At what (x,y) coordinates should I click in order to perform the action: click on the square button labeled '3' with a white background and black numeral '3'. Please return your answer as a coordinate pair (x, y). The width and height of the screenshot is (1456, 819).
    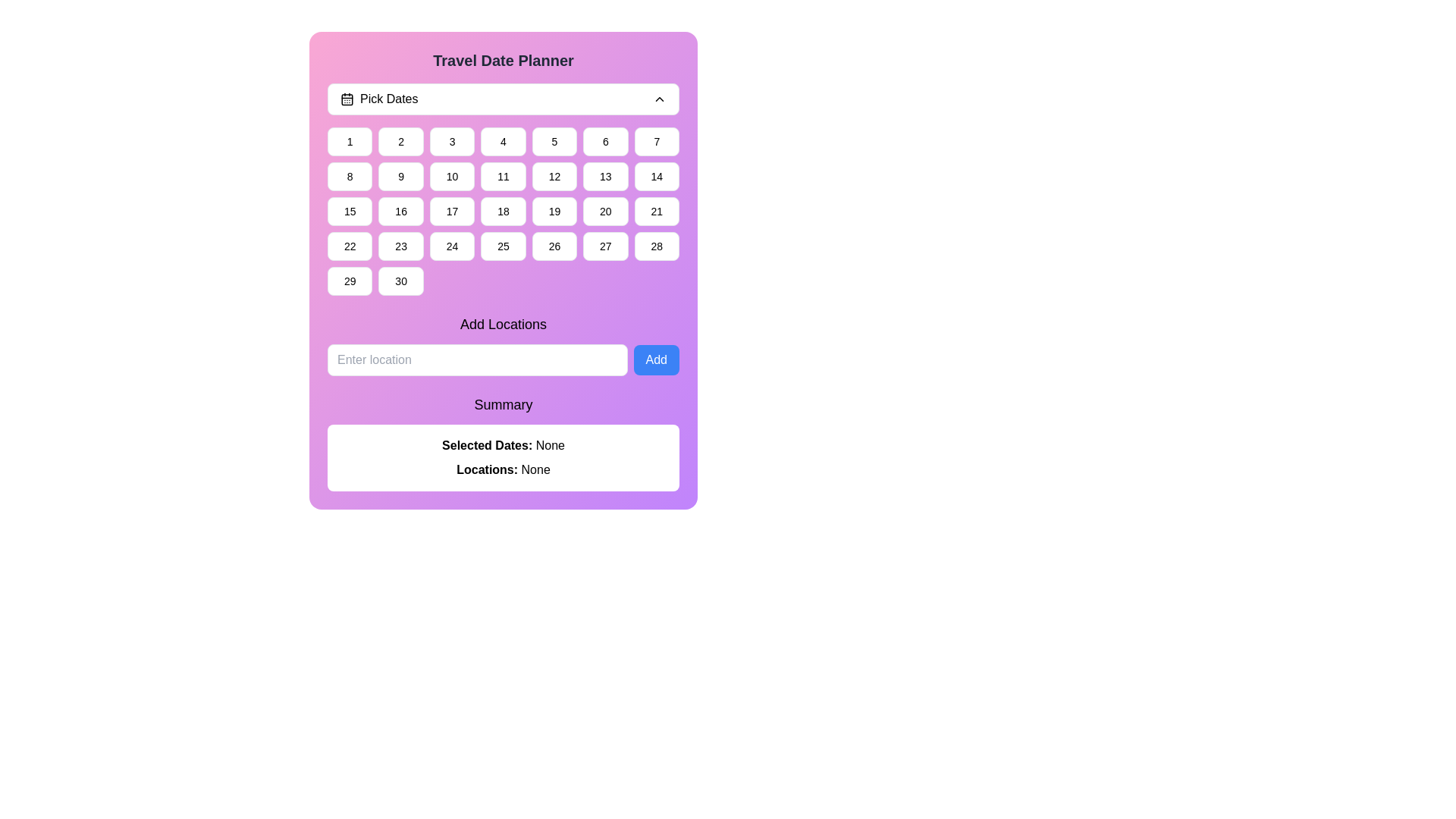
    Looking at the image, I should click on (451, 141).